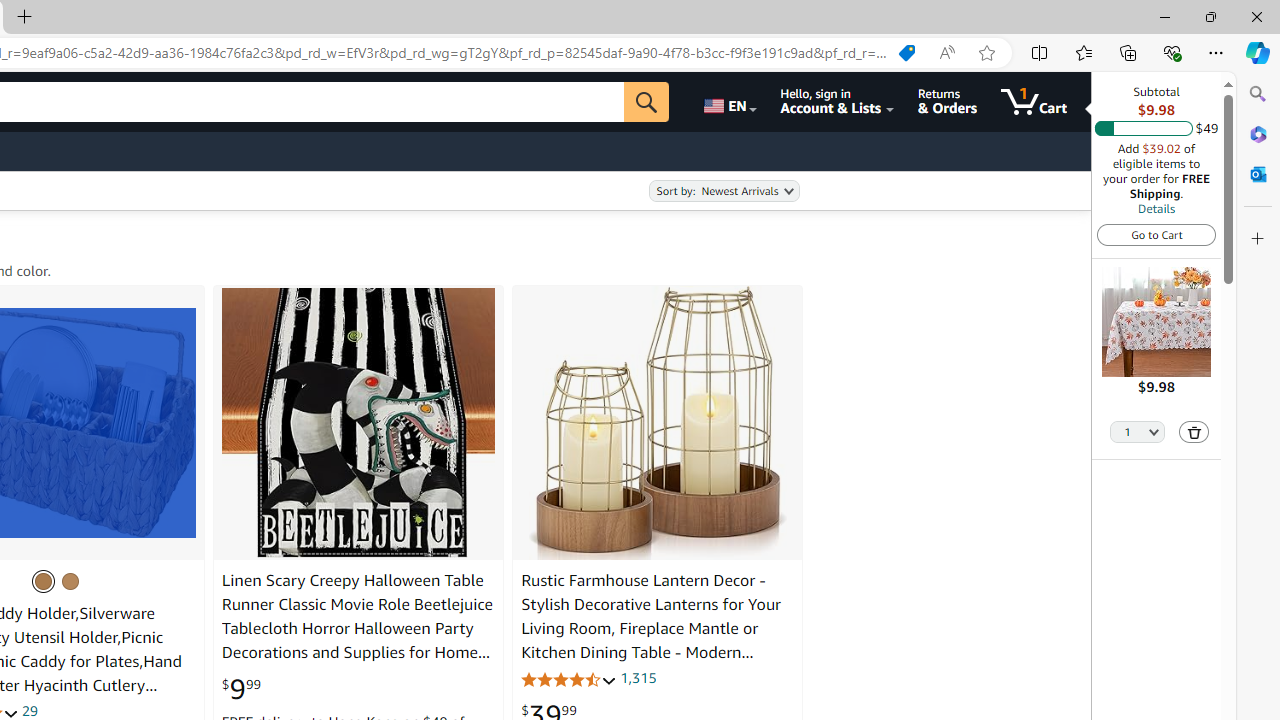 The image size is (1280, 720). Describe the element at coordinates (837, 101) in the screenshot. I see `'Hello, sign in Account & Lists'` at that location.